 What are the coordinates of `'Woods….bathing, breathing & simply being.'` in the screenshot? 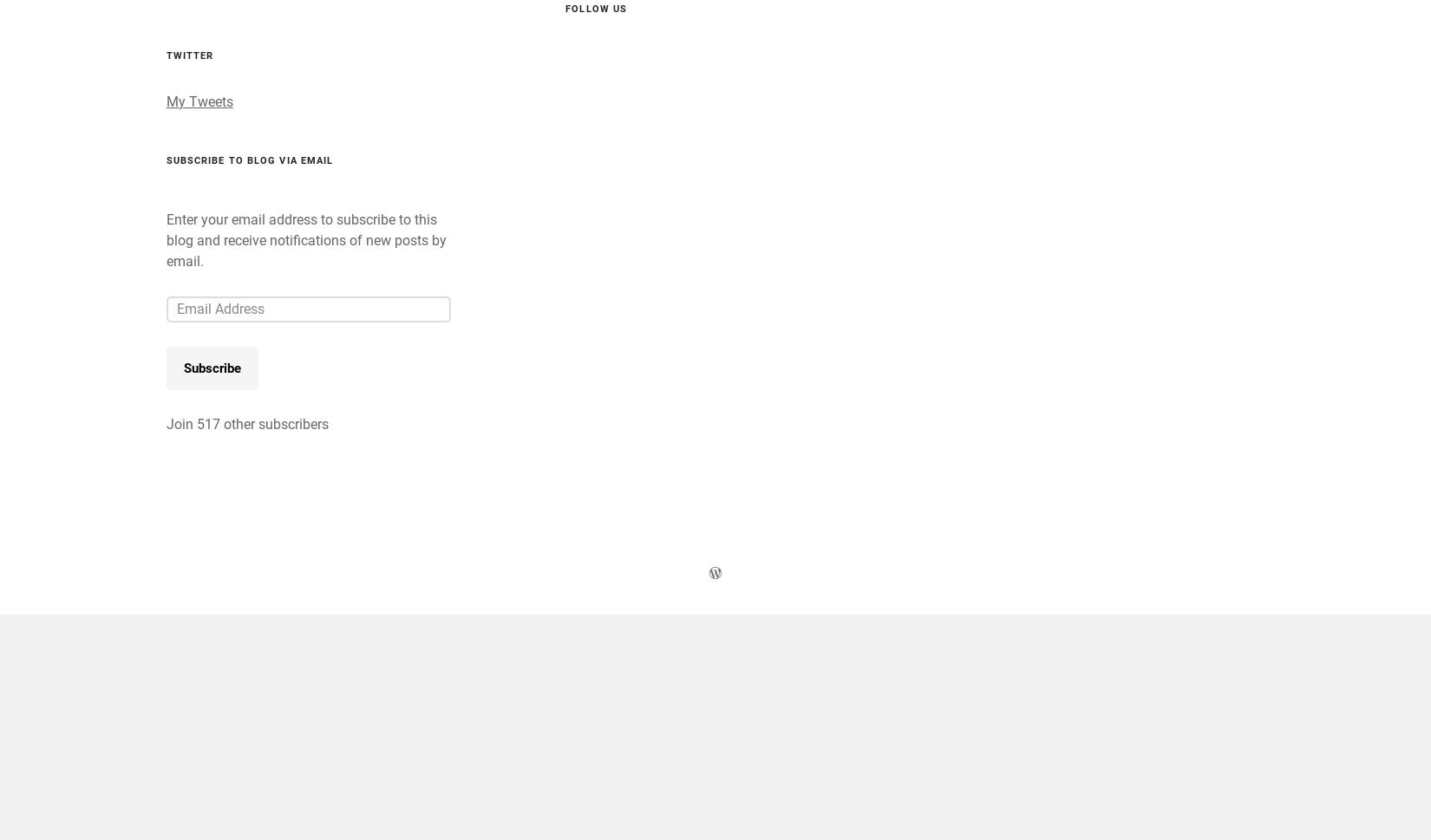 It's located at (711, 59).